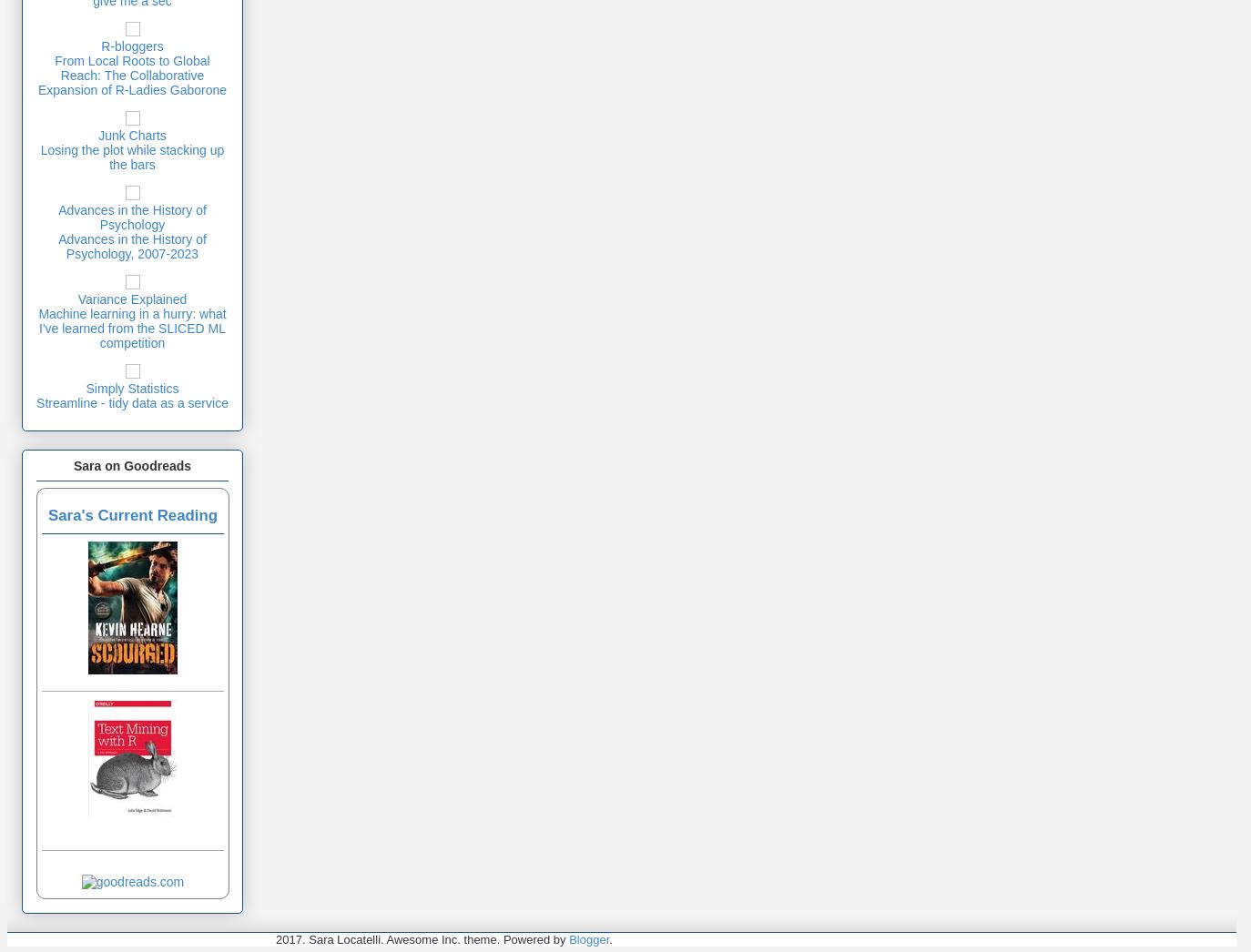 The height and width of the screenshot is (952, 1251). What do you see at coordinates (610, 939) in the screenshot?
I see `'.'` at bounding box center [610, 939].